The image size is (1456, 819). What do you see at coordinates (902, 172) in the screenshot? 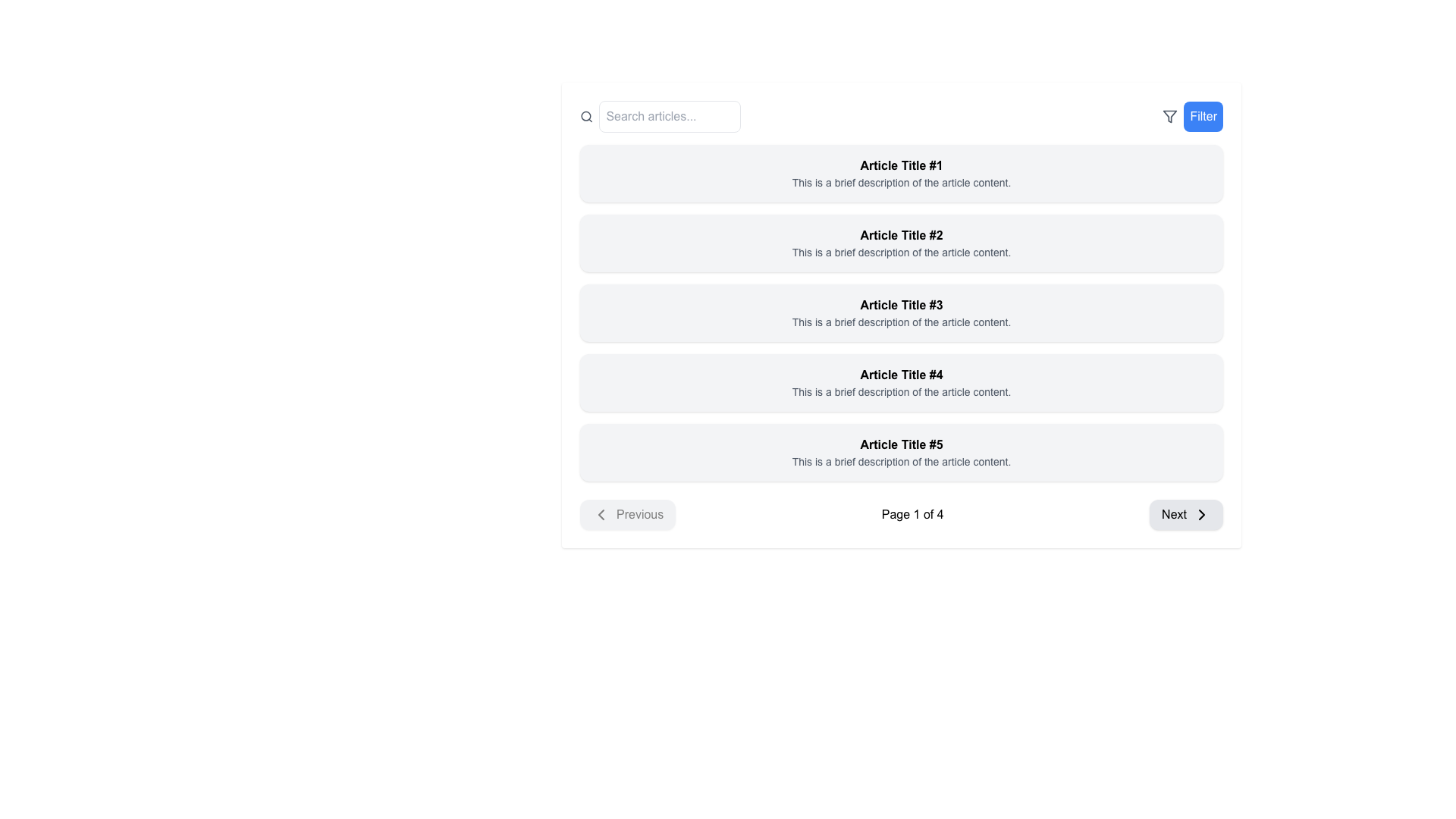
I see `the first article preview item in the vertical list, which provides a title and brief description, located just below the search bar and filter button` at bounding box center [902, 172].